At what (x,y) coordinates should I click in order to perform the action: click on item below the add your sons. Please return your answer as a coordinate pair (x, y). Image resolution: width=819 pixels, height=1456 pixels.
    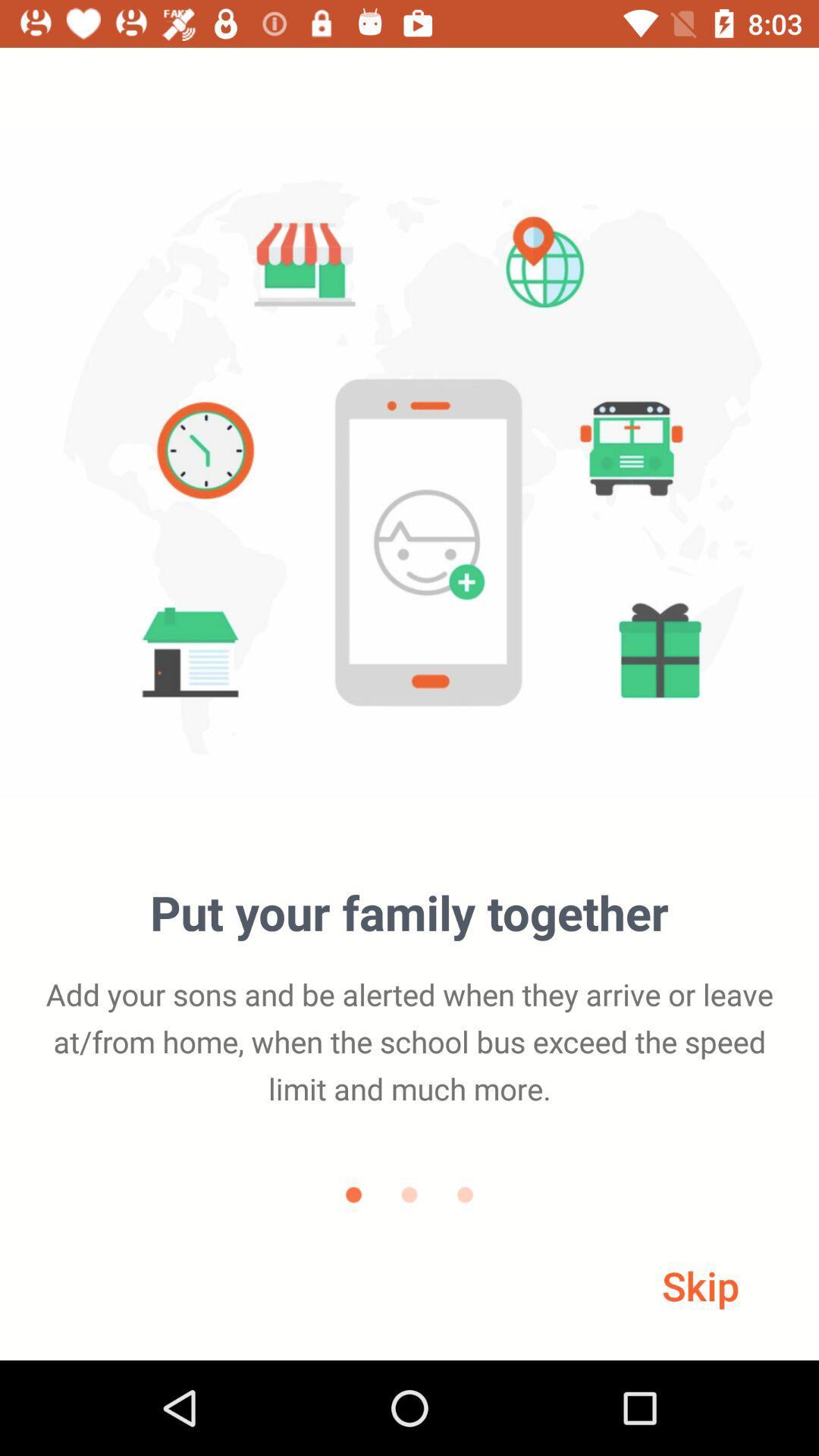
    Looking at the image, I should click on (701, 1285).